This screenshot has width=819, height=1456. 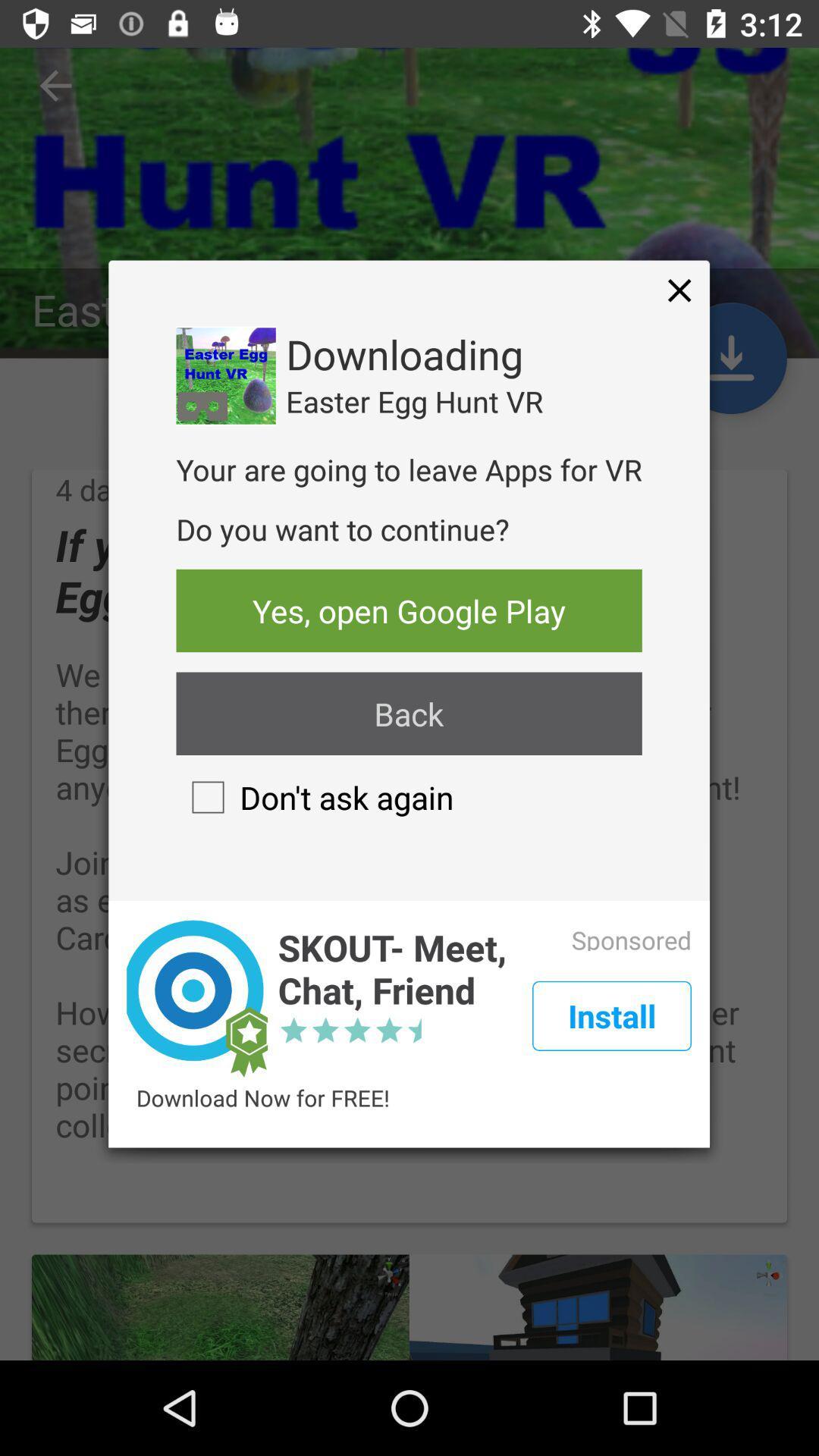 I want to click on the item above the sponsored icon, so click(x=679, y=290).